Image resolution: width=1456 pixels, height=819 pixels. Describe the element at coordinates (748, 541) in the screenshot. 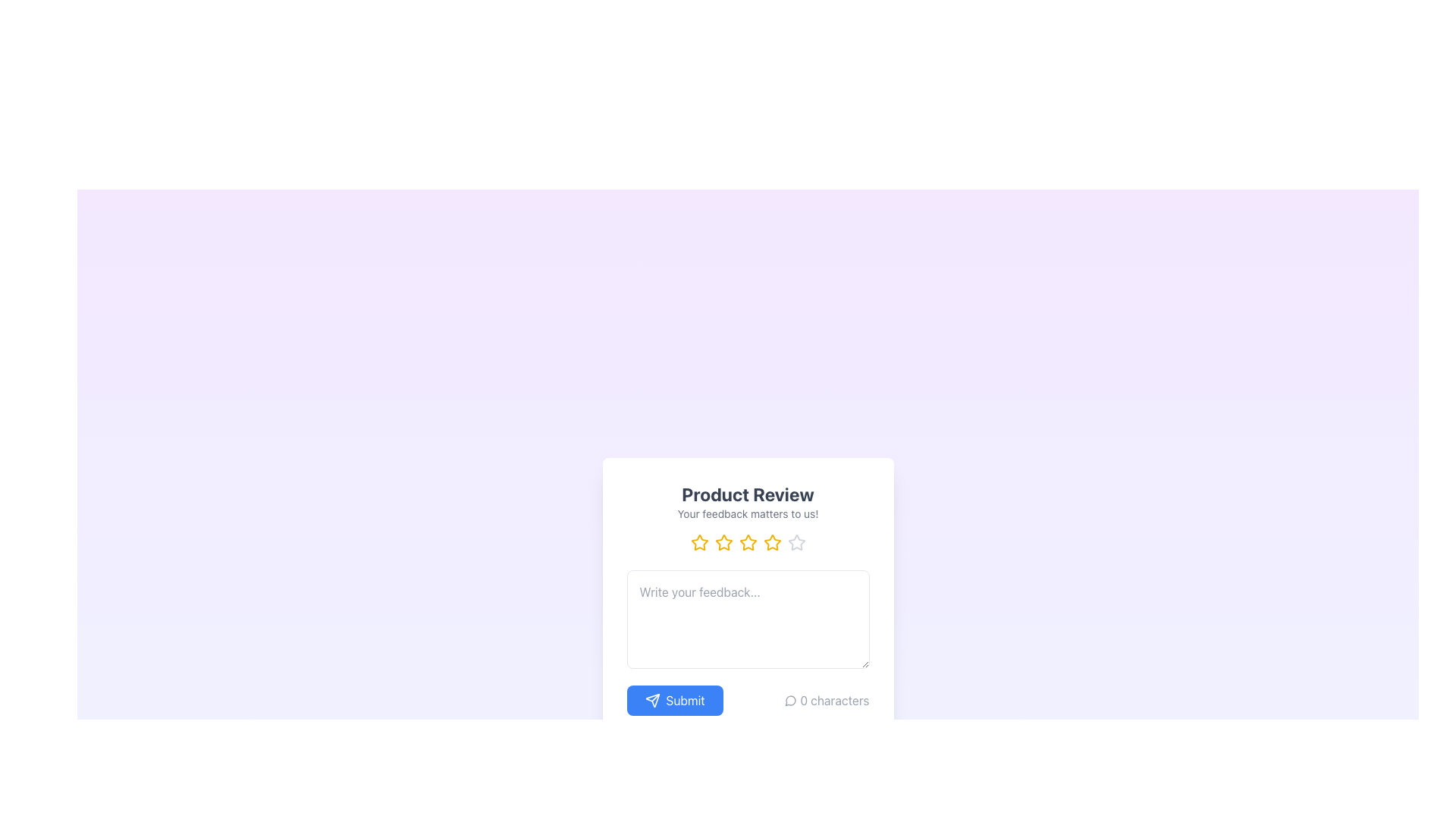

I see `the third star icon in the rating system` at that location.